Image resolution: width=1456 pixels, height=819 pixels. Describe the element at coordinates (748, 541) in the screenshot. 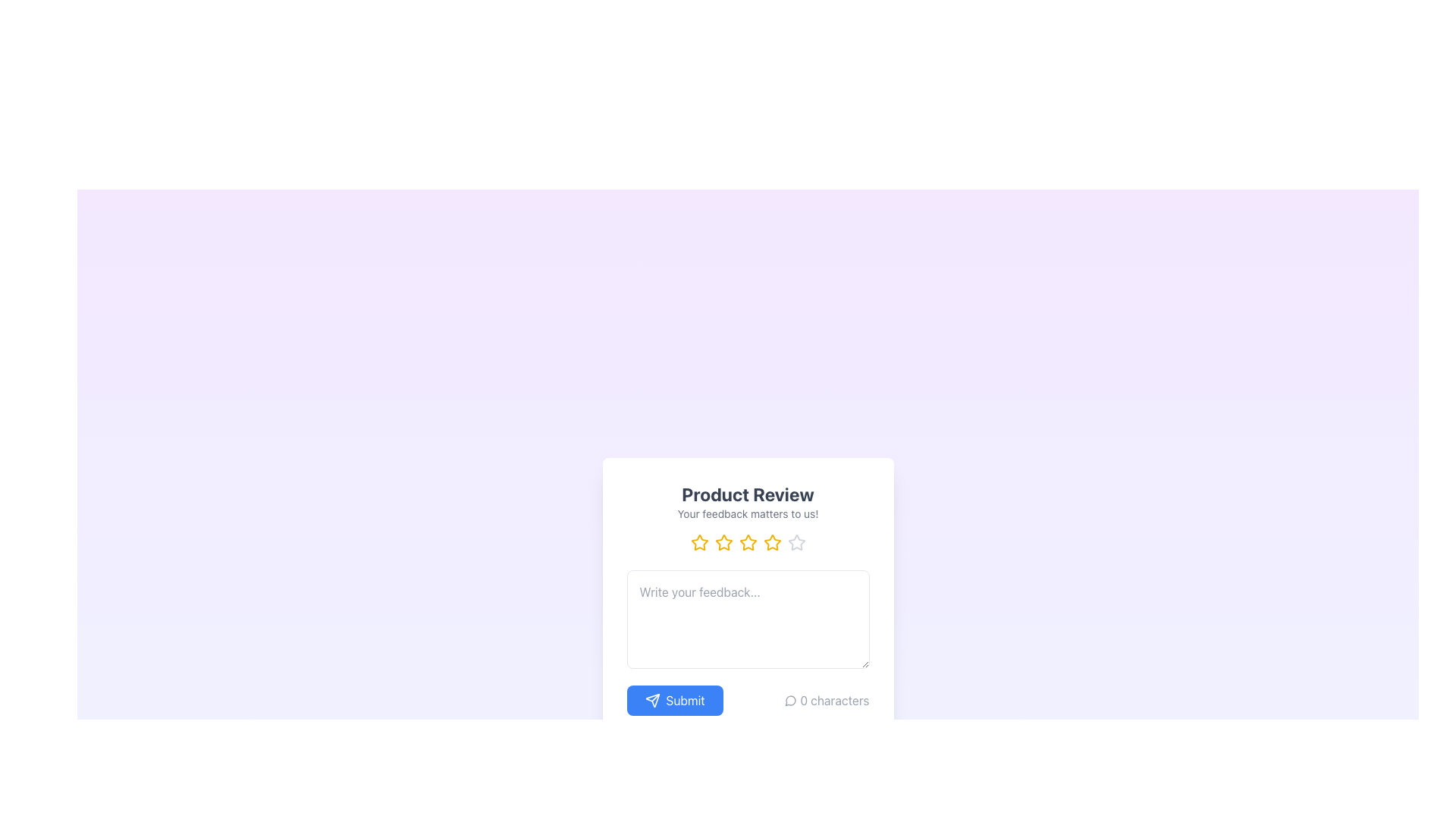

I see `the third star icon in the rating system` at that location.